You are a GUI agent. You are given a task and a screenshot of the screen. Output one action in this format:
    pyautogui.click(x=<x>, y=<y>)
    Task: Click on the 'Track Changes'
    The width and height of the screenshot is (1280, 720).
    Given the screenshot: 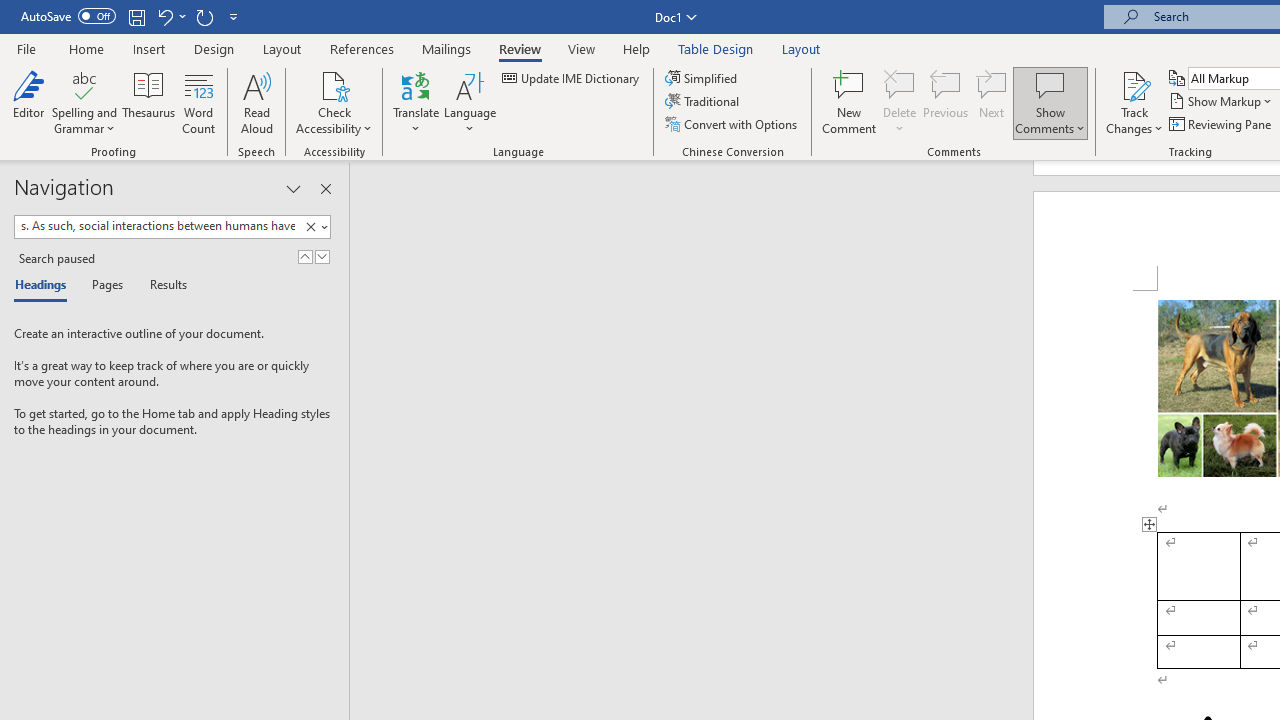 What is the action you would take?
    pyautogui.click(x=1134, y=103)
    